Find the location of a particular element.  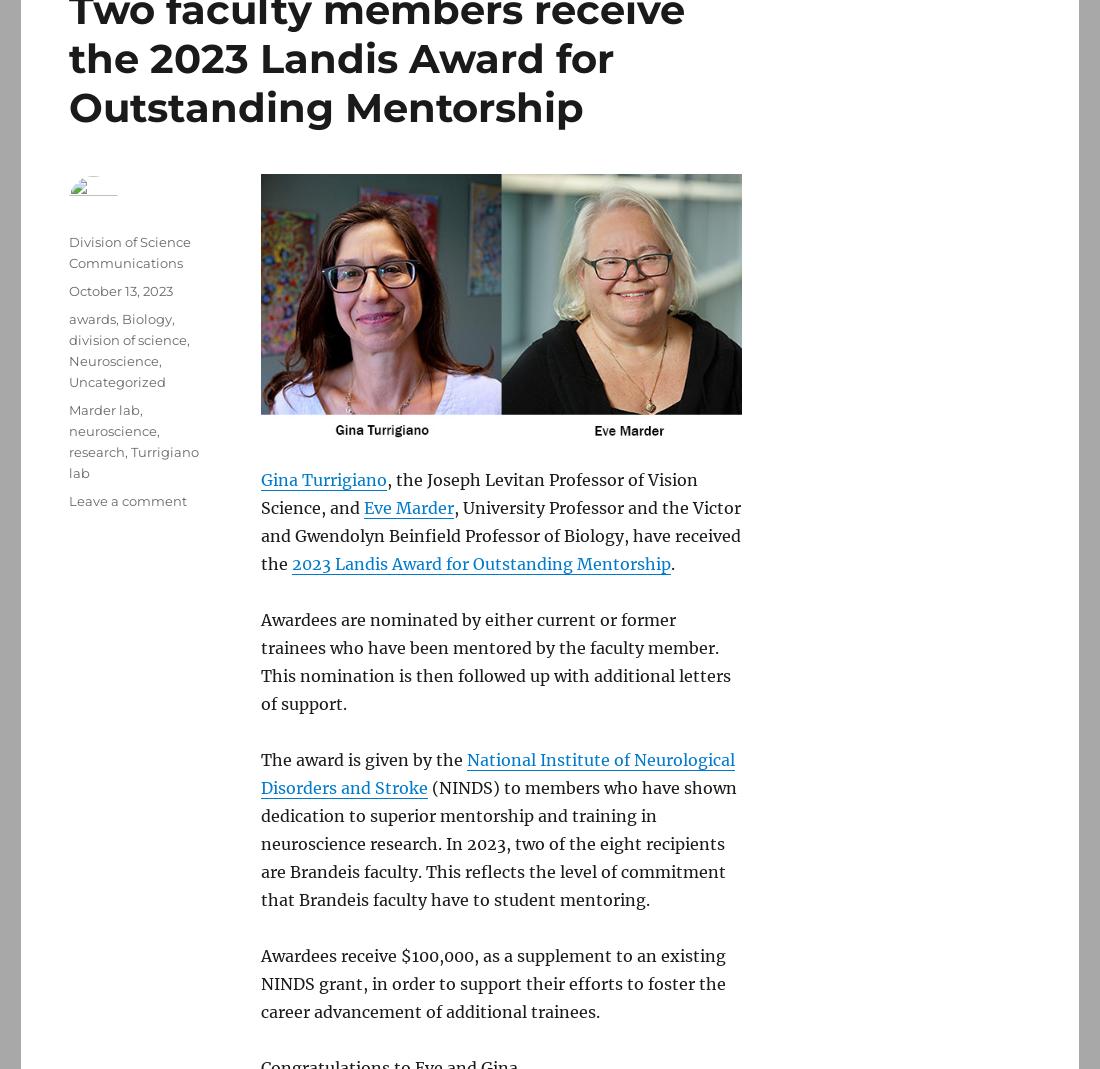

'Leave a comment' is located at coordinates (128, 500).